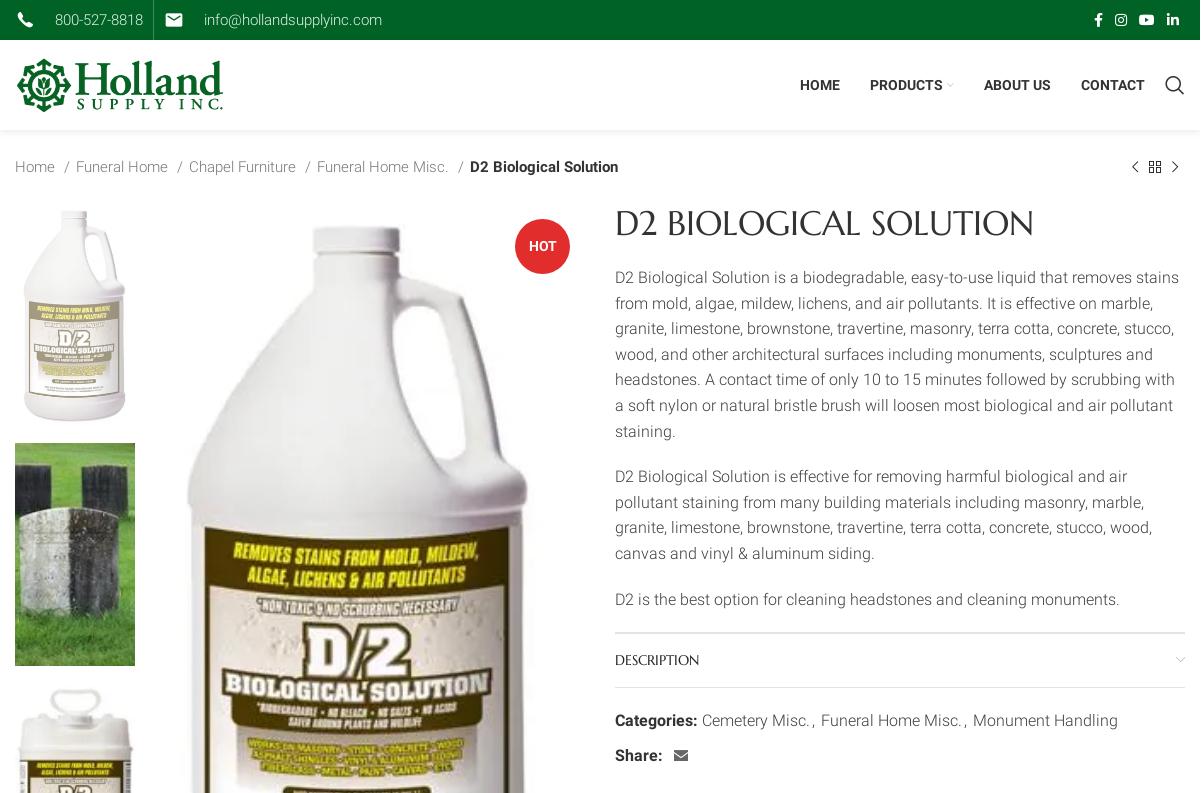 This screenshot has height=793, width=1202. What do you see at coordinates (293, 18) in the screenshot?
I see `'info@hollandsupplyinc.com'` at bounding box center [293, 18].